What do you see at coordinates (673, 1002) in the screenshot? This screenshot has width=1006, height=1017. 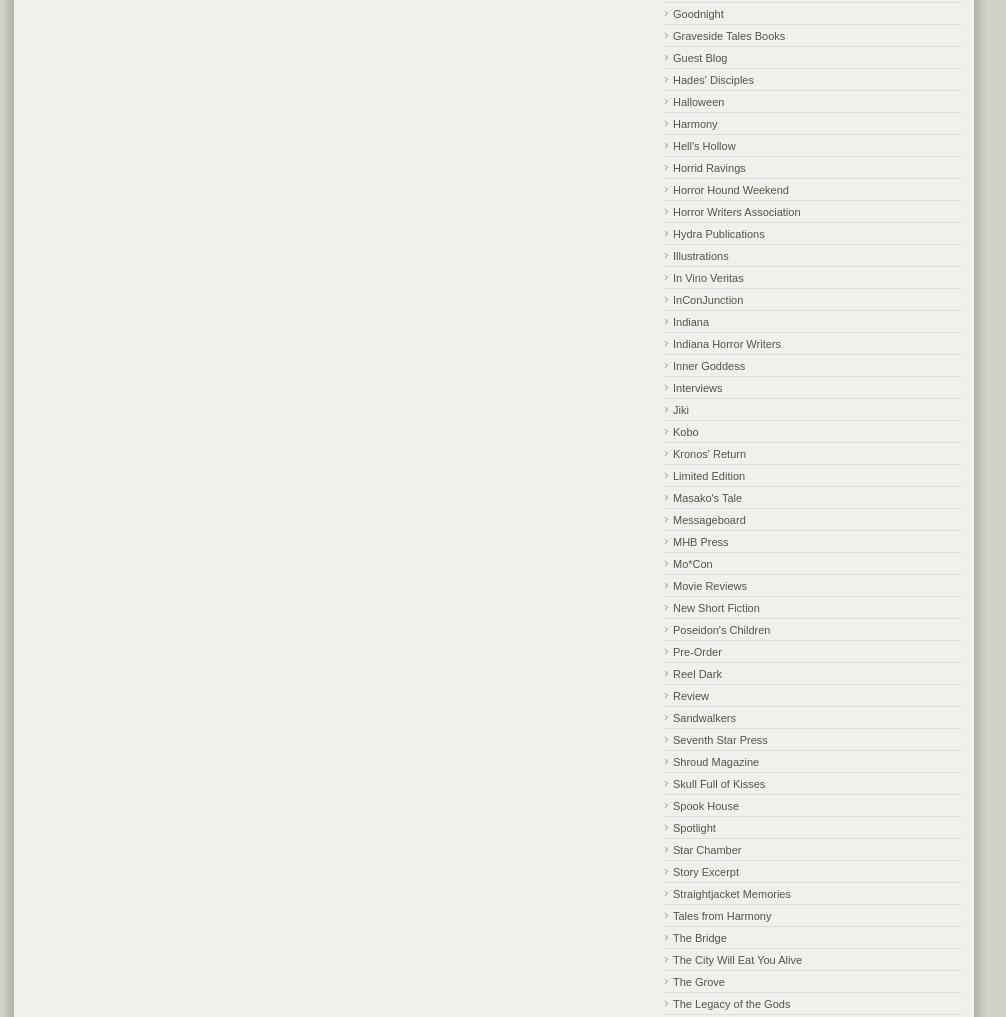 I see `'The Legacy of the Gods'` at bounding box center [673, 1002].